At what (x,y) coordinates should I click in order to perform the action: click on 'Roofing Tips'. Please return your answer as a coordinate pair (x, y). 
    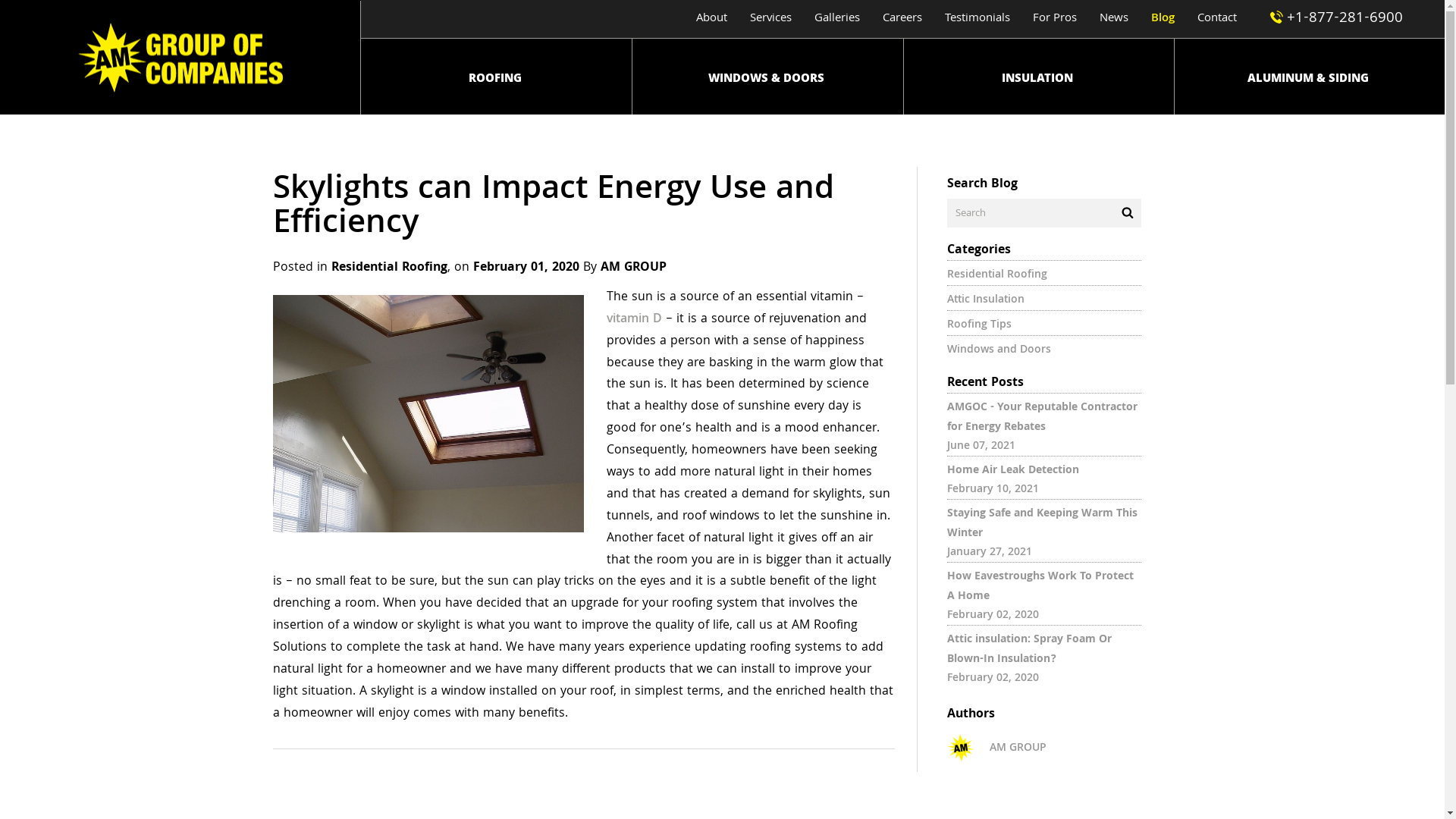
    Looking at the image, I should click on (979, 324).